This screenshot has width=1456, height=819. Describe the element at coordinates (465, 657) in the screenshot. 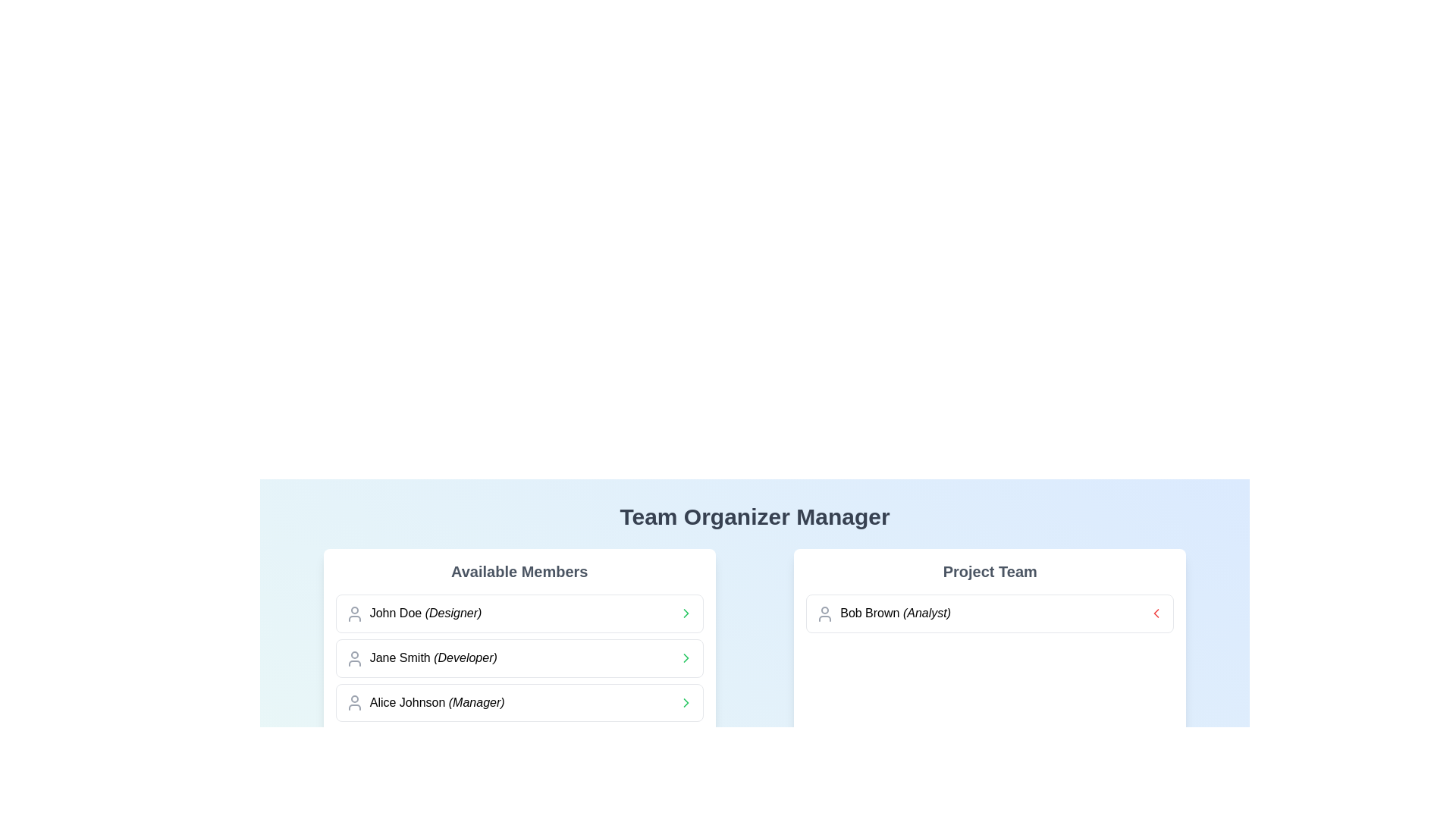

I see `the text label displaying '(Developer)' next to 'Jane Smith' in the 'Available Members' list` at that location.